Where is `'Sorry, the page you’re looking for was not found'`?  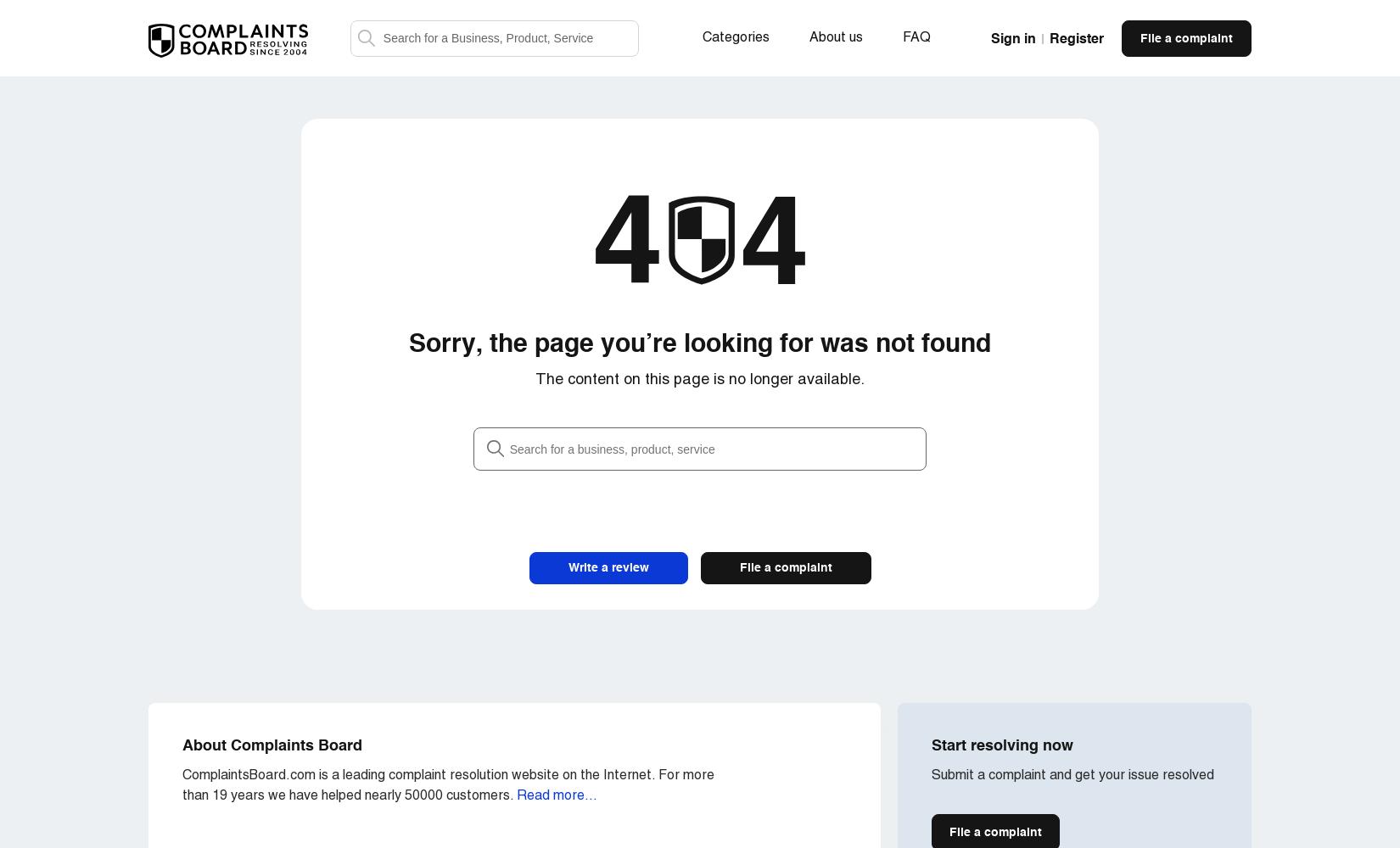
'Sorry, the page you’re looking for was not found' is located at coordinates (700, 345).